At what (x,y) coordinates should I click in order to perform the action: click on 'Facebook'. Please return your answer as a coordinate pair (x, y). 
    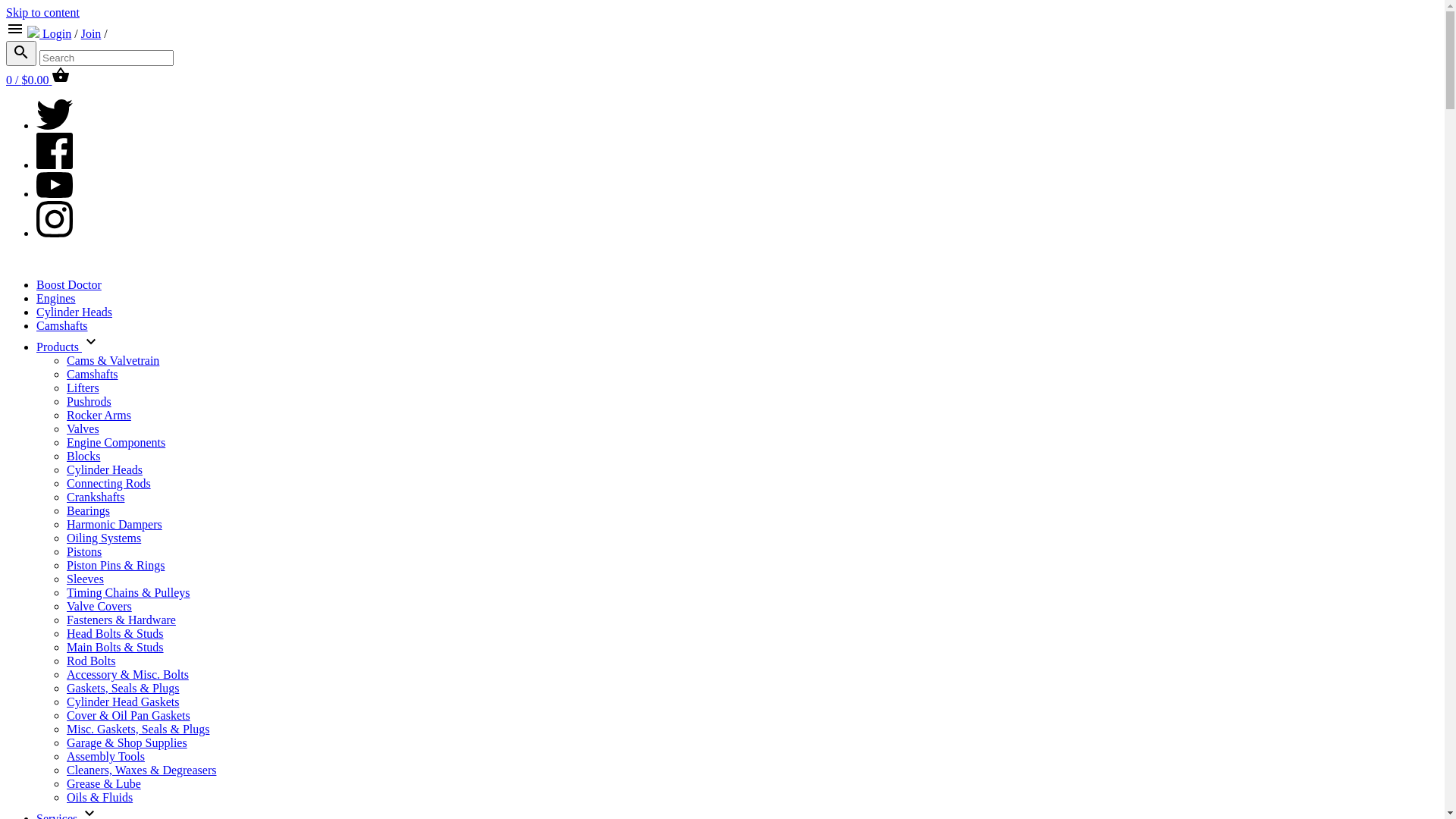
    Looking at the image, I should click on (36, 165).